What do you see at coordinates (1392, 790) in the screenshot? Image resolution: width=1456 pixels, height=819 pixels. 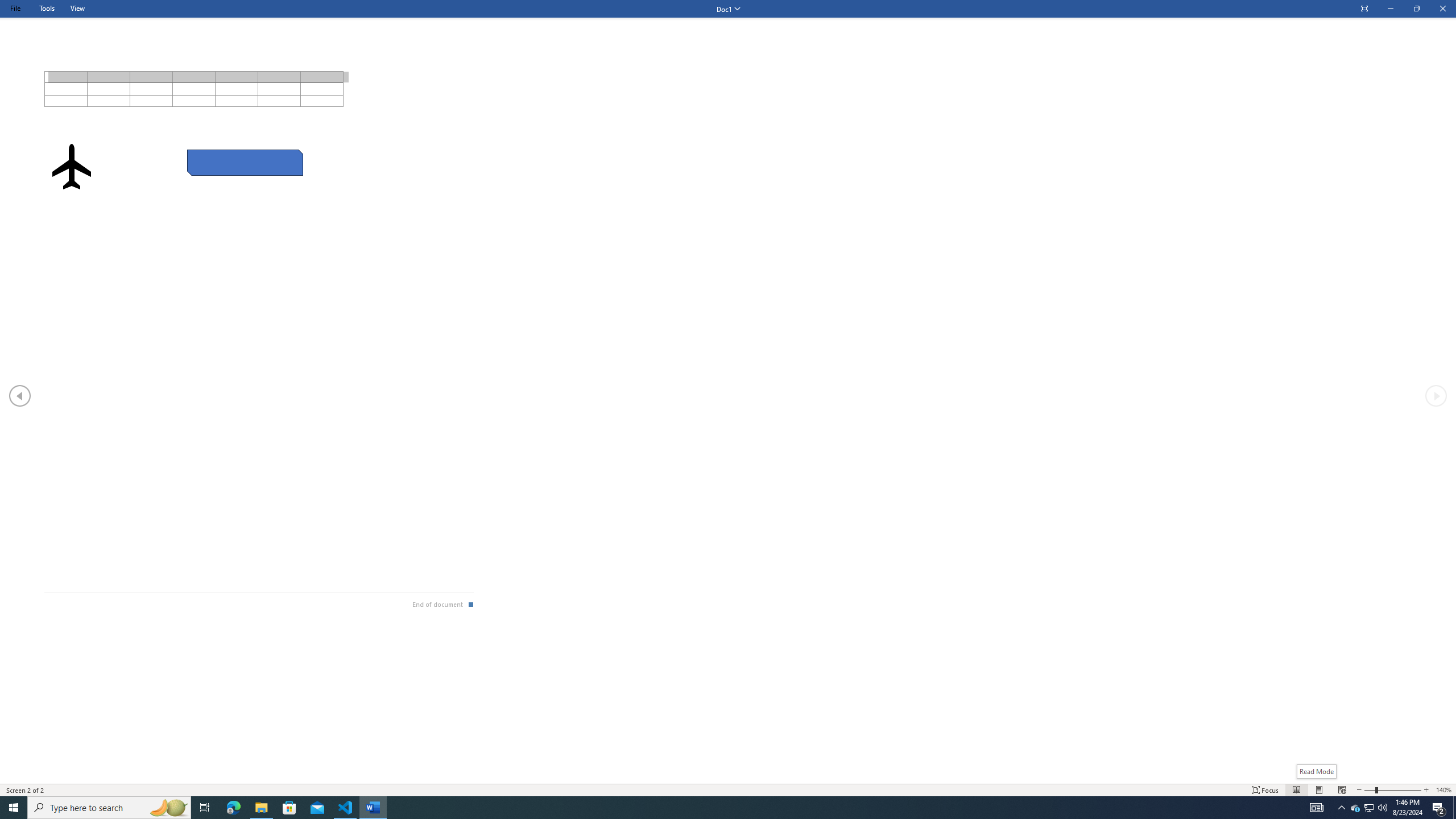 I see `'Text Size'` at bounding box center [1392, 790].